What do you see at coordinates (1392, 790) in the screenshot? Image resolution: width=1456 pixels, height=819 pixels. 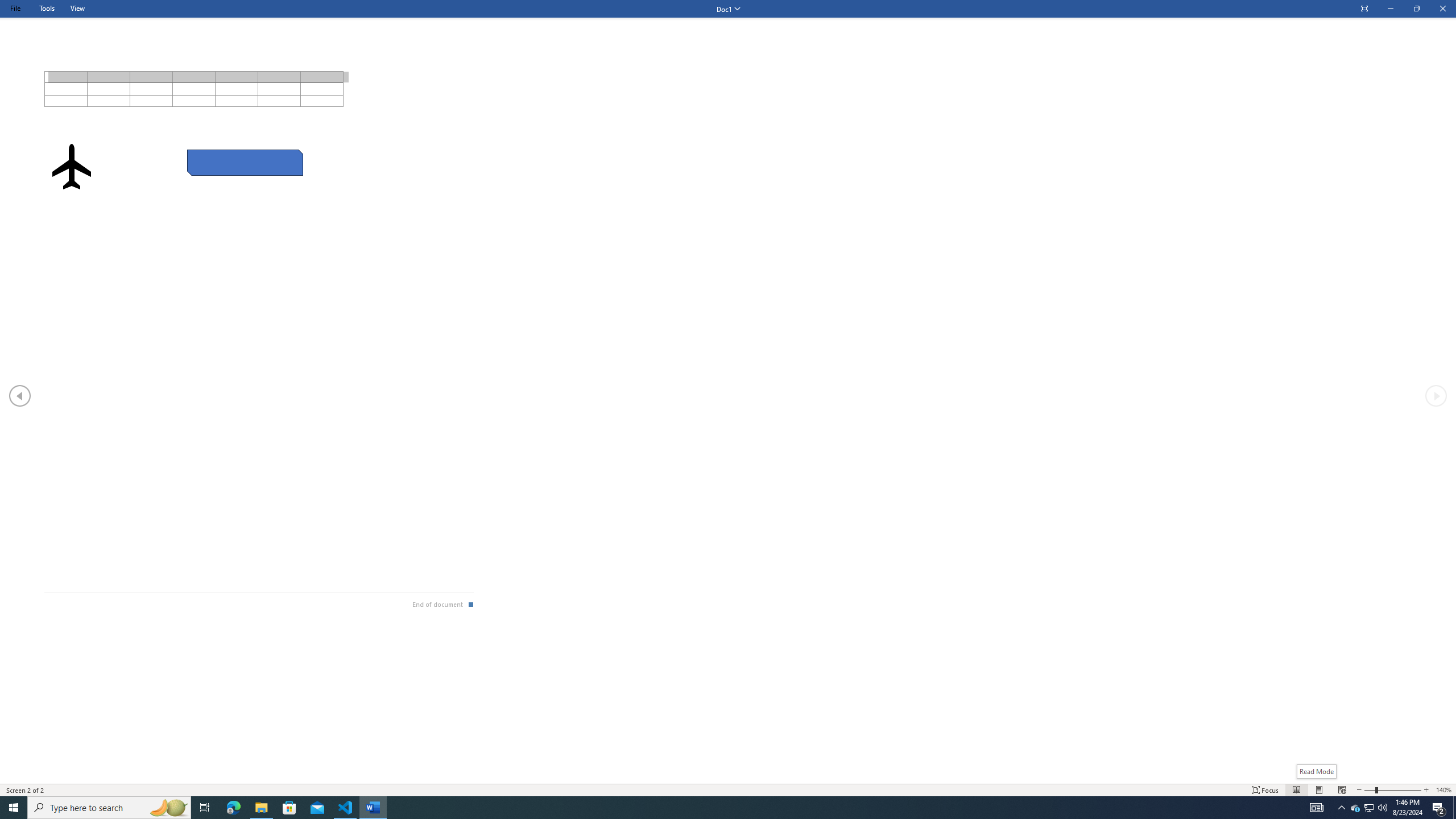 I see `'Text Size'` at bounding box center [1392, 790].